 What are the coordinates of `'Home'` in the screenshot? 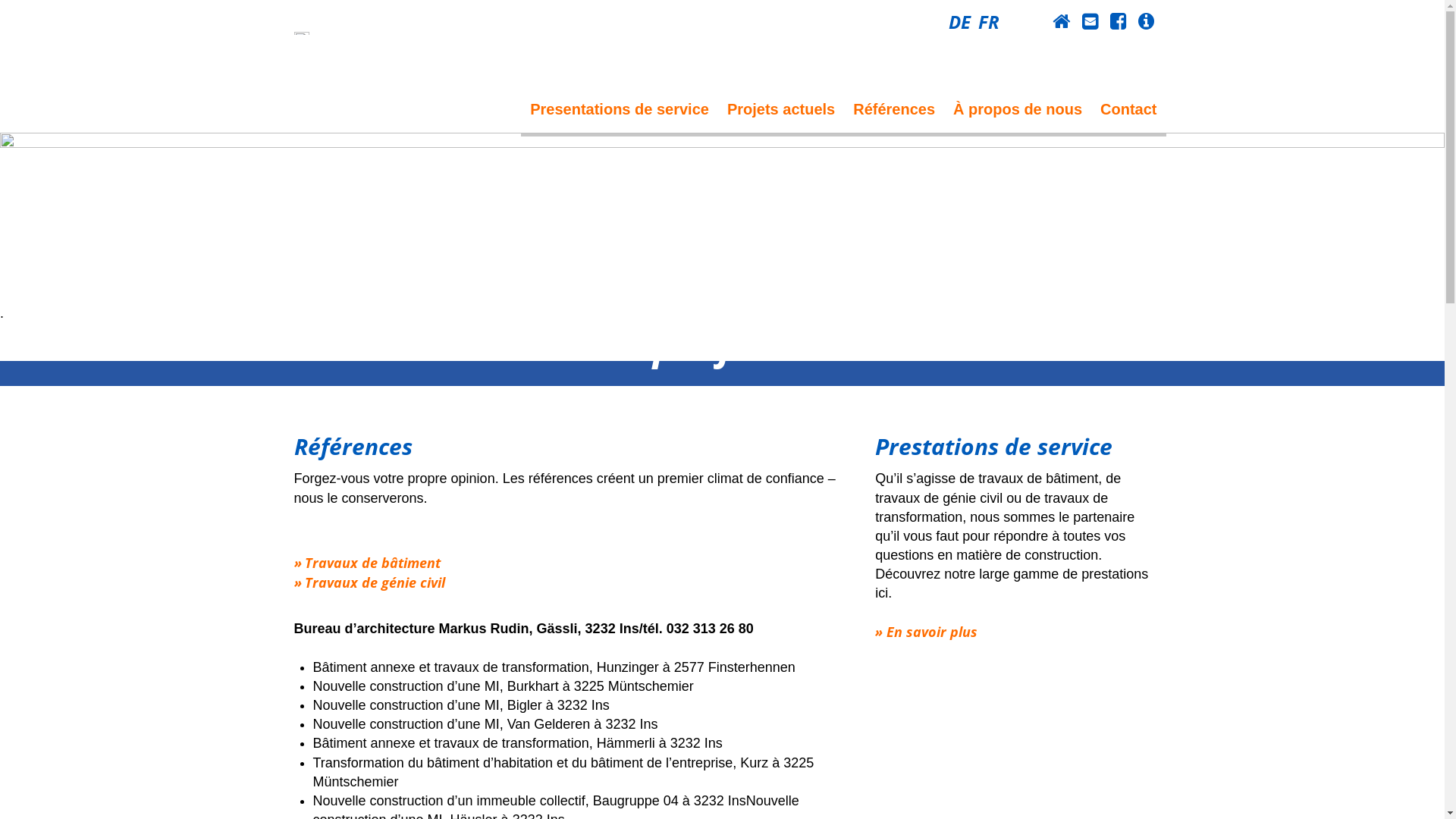 It's located at (1046, 20).